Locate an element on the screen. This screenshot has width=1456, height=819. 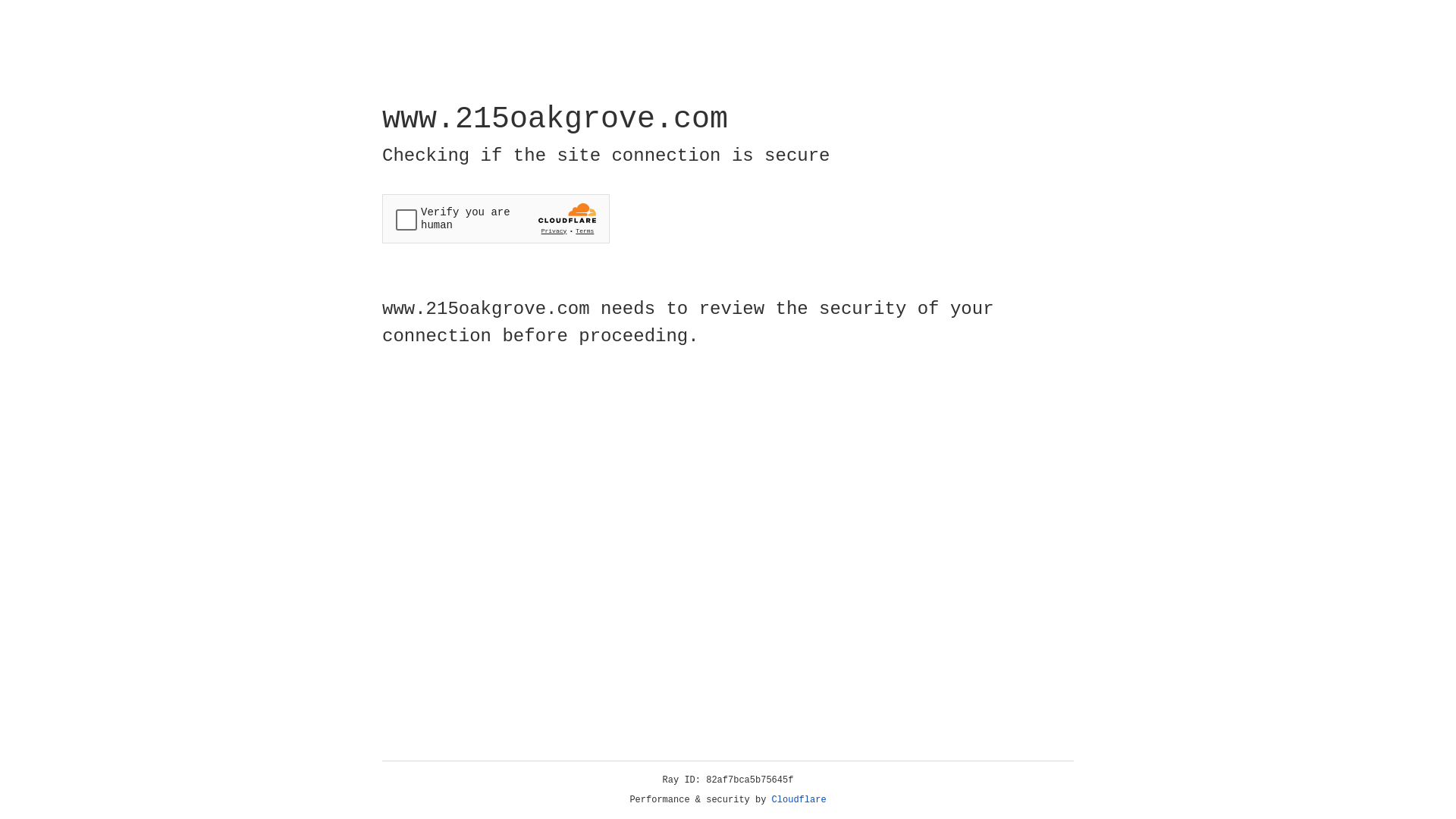
'Cloudflare' is located at coordinates (799, 799).